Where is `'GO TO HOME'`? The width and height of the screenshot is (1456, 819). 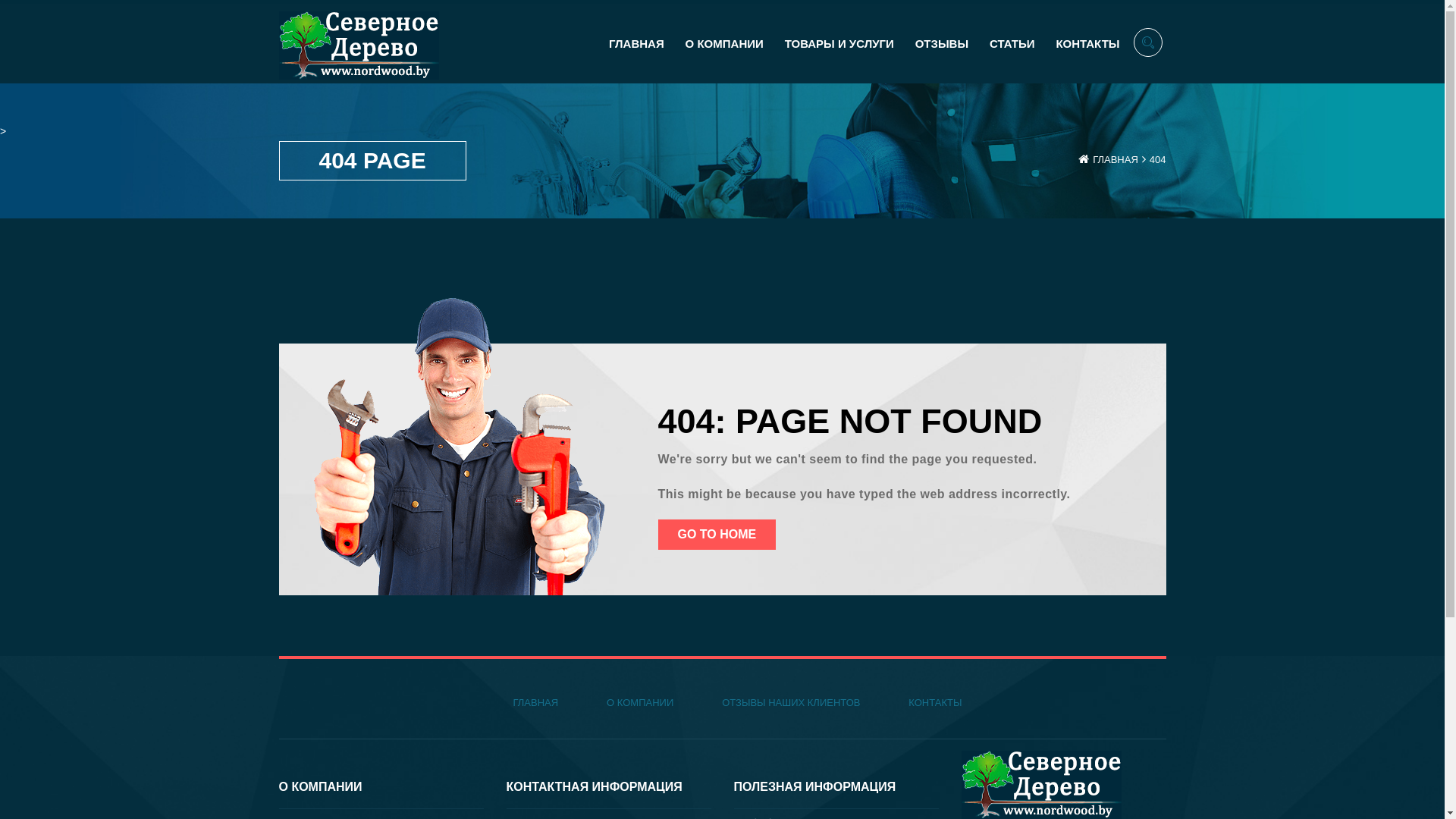 'GO TO HOME' is located at coordinates (658, 534).